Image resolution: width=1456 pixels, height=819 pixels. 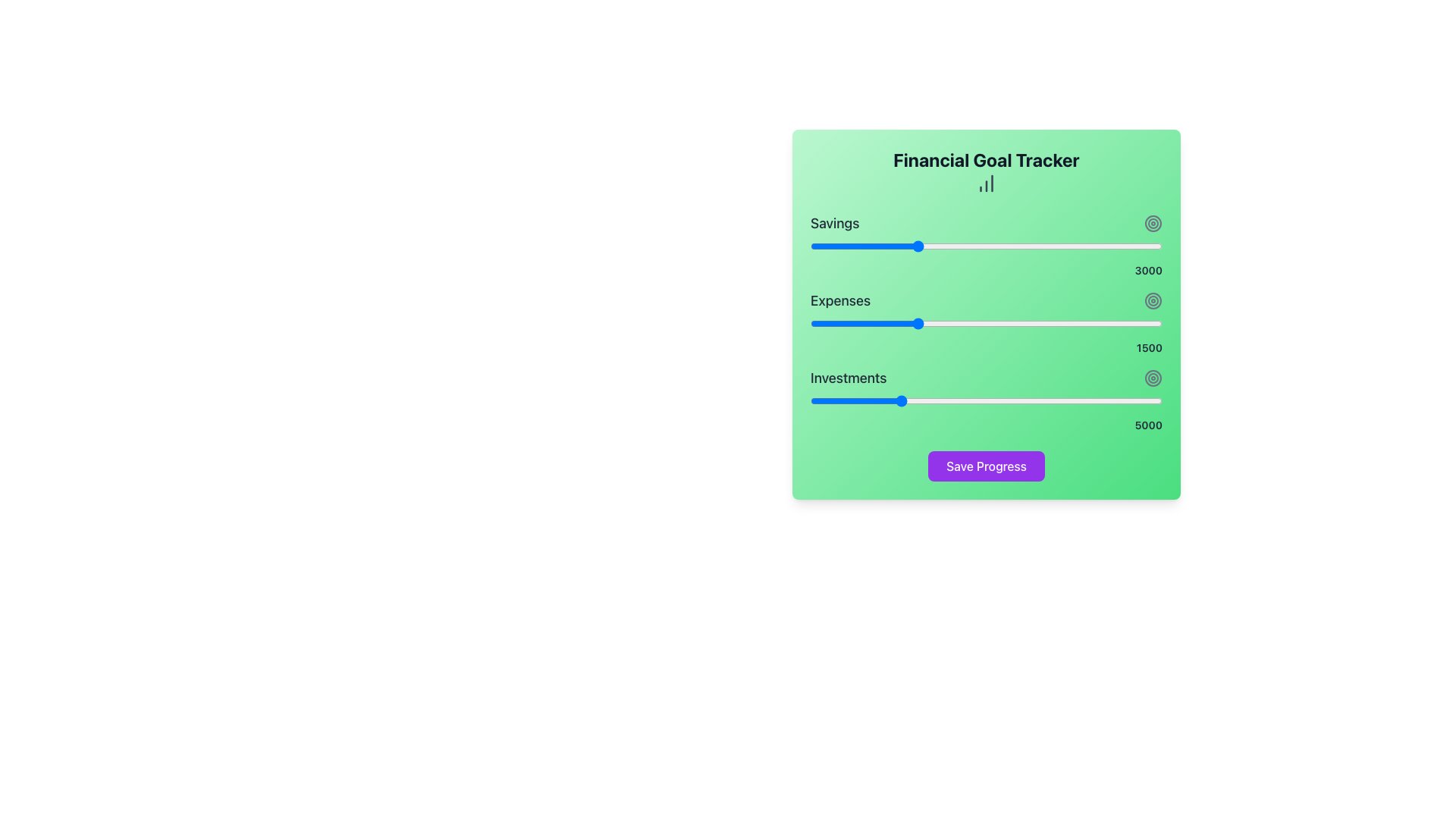 I want to click on the investment goal, so click(x=818, y=400).